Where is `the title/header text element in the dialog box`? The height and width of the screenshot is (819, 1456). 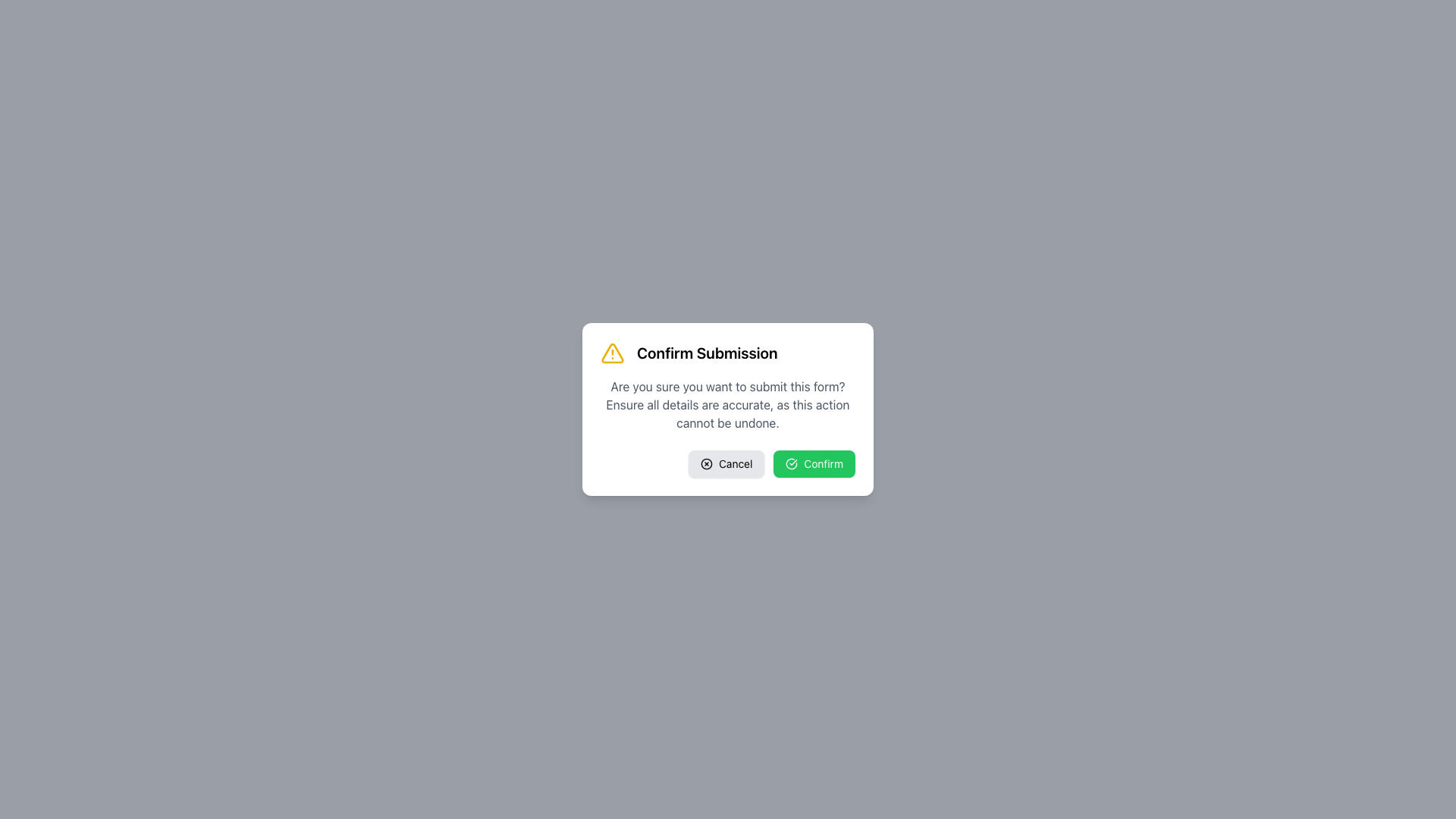 the title/header text element in the dialog box is located at coordinates (728, 353).